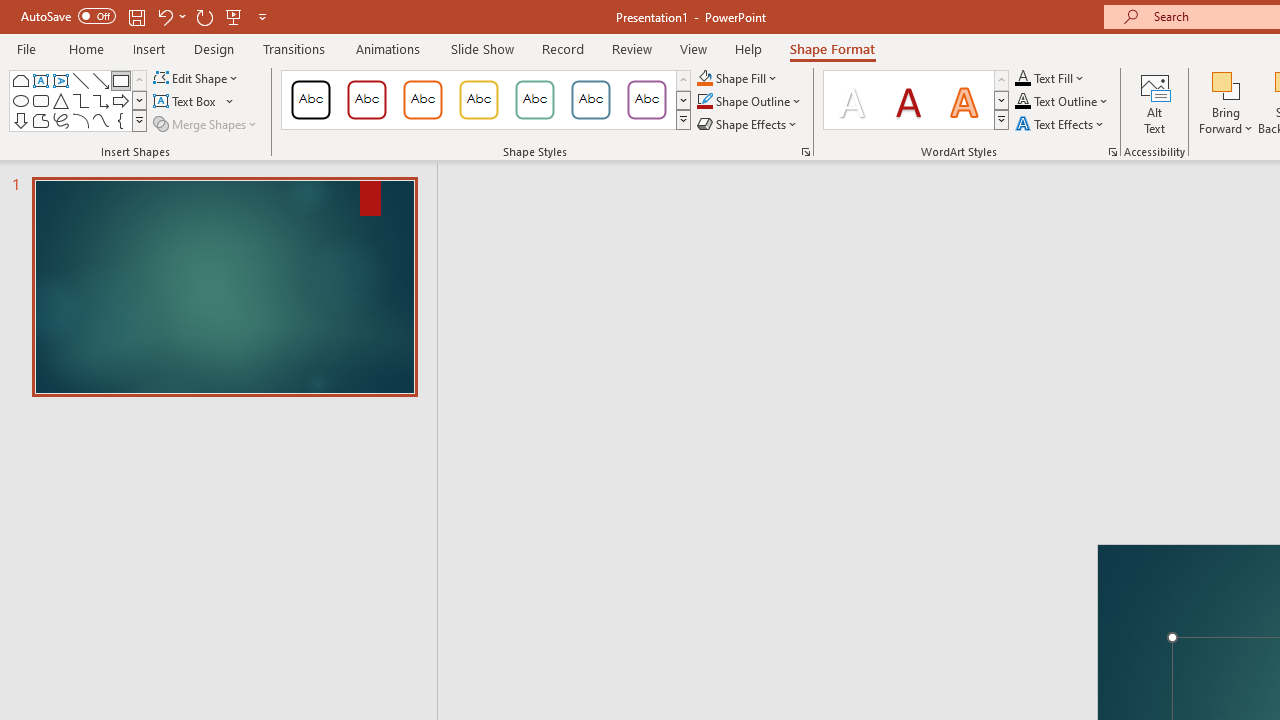 This screenshot has height=720, width=1280. I want to click on 'Arrow: Down', so click(21, 120).